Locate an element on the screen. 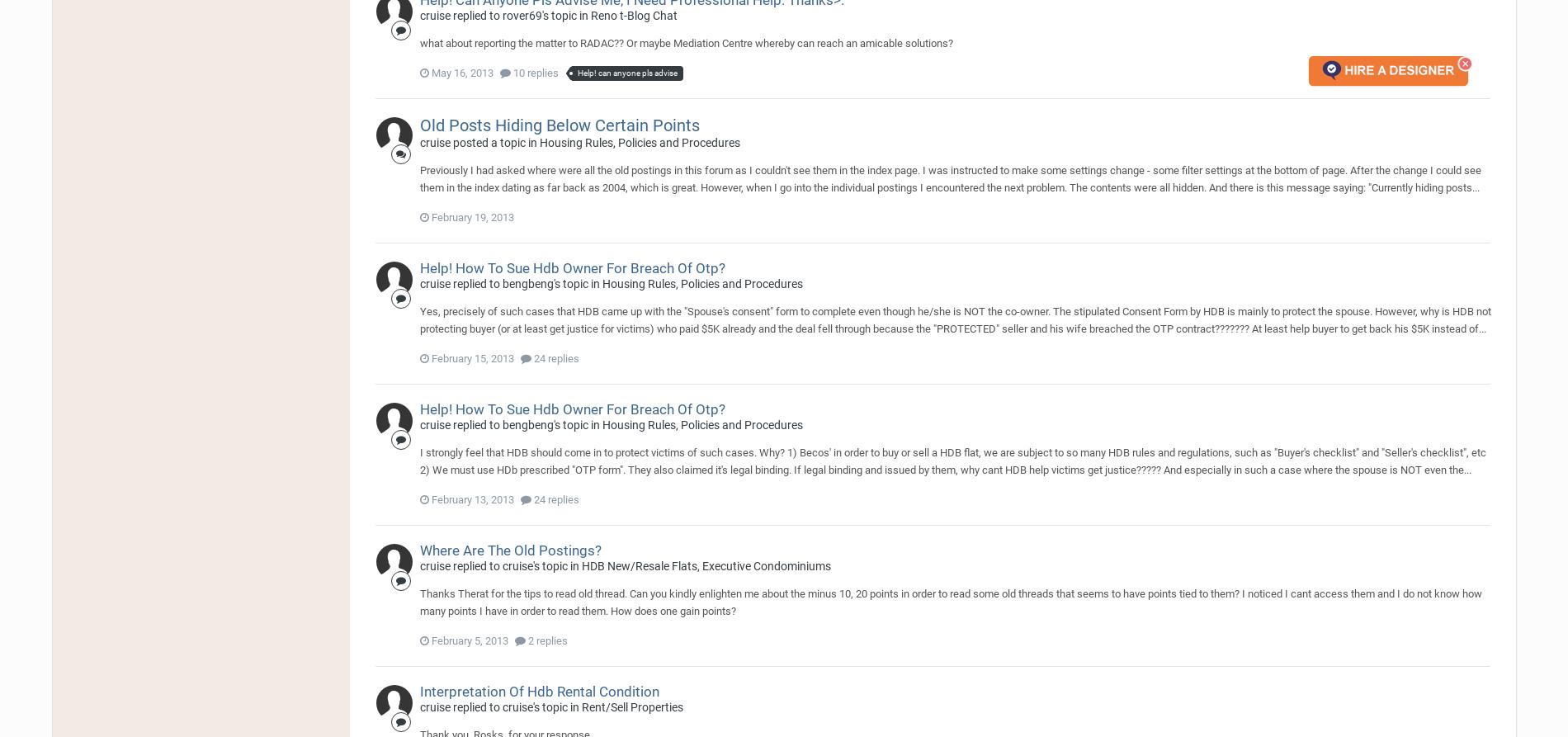  'Where Are The Old Postings?' is located at coordinates (510, 549).